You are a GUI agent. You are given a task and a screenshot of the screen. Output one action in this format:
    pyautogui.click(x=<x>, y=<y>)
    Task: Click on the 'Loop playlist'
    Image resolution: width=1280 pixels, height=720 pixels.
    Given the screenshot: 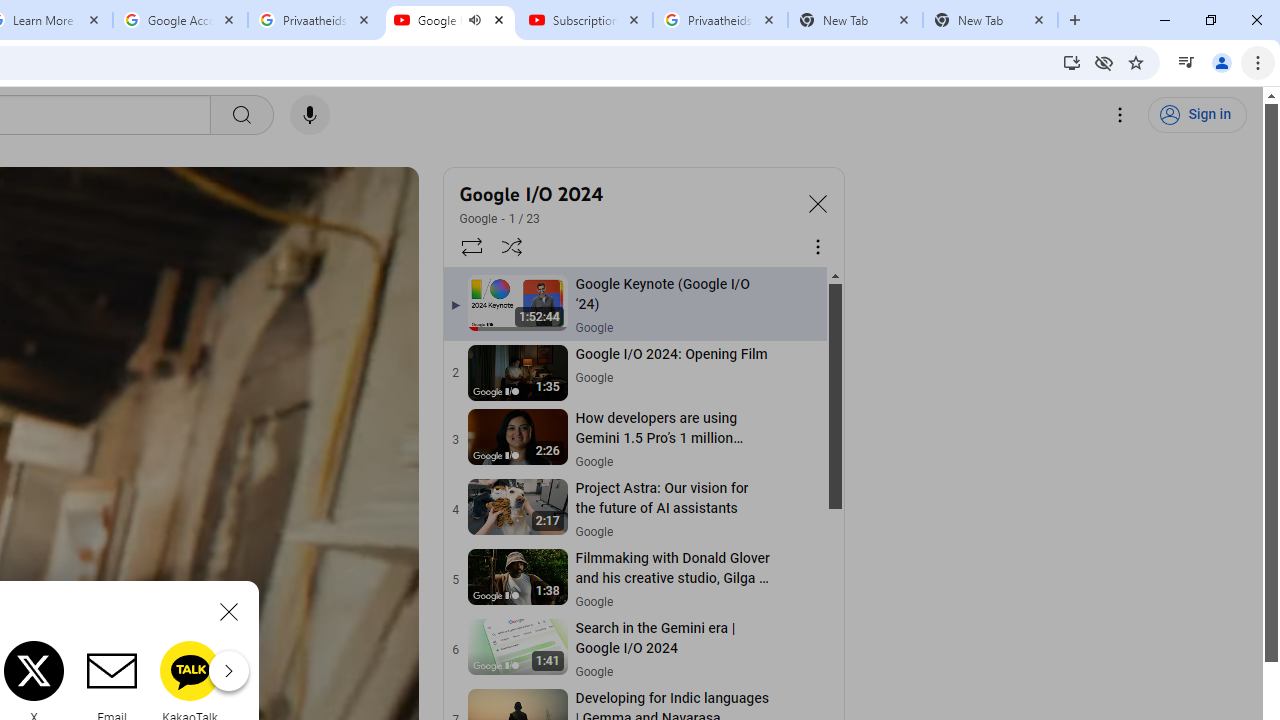 What is the action you would take?
    pyautogui.click(x=470, y=245)
    